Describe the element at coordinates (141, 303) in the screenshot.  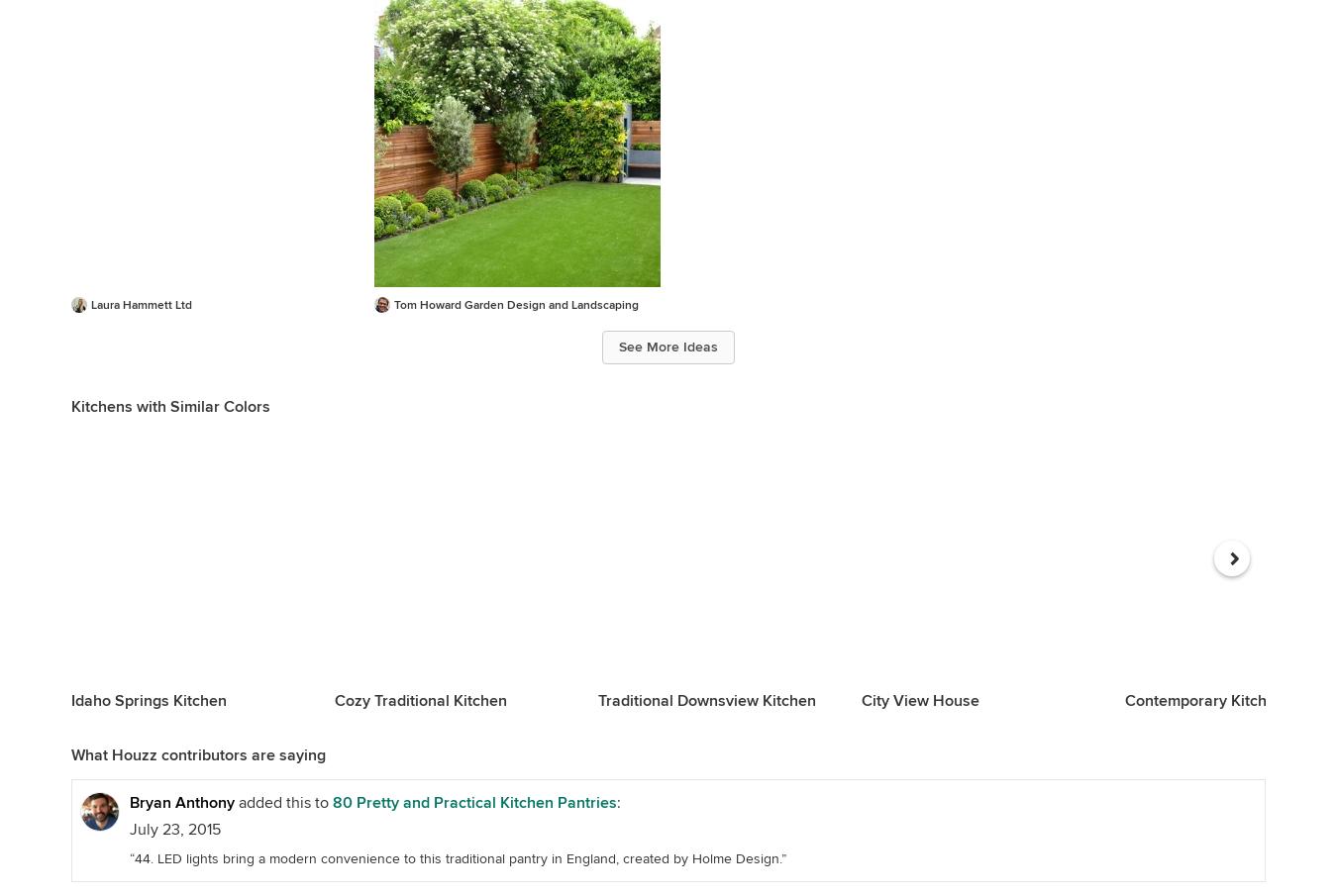
I see `'Laura Hammett Ltd'` at that location.